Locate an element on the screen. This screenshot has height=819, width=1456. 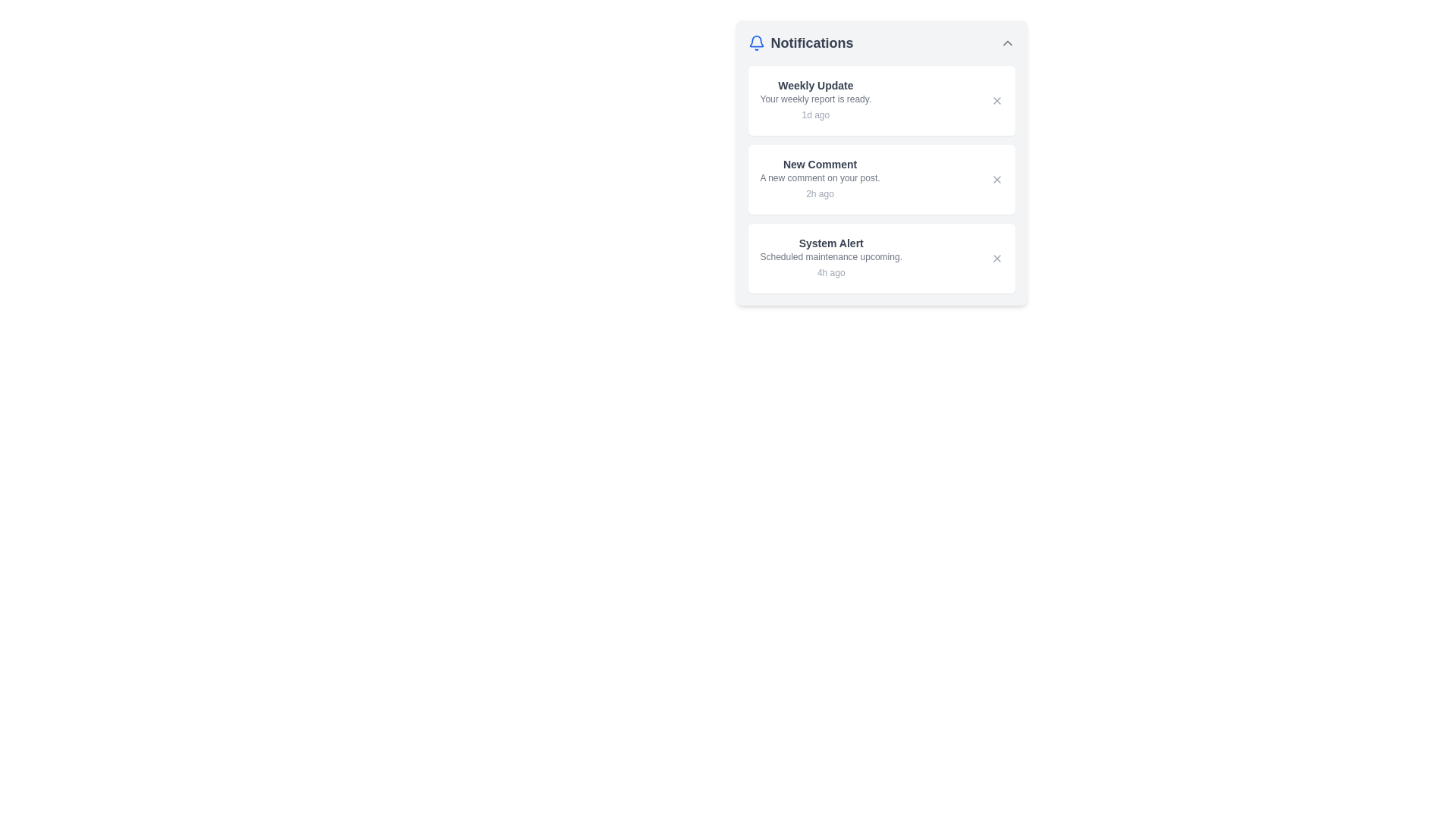
the static text label indicating the notifications section, which is located immediately to the right of a blue bell icon at the top-left corner of the notification summary card is located at coordinates (811, 42).